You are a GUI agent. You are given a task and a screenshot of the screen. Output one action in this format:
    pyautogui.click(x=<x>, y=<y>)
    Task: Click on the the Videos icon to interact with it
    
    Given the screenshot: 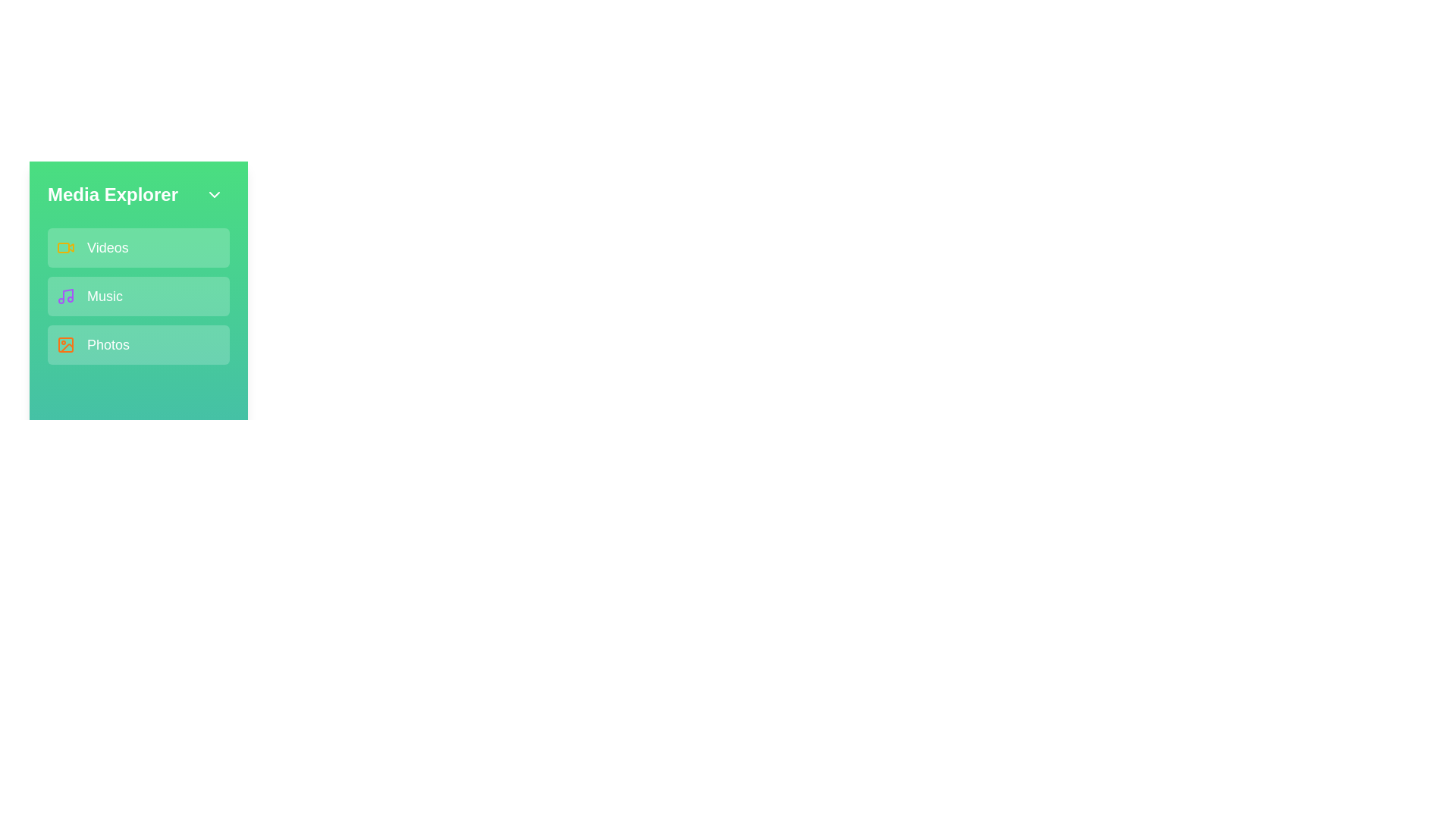 What is the action you would take?
    pyautogui.click(x=64, y=247)
    